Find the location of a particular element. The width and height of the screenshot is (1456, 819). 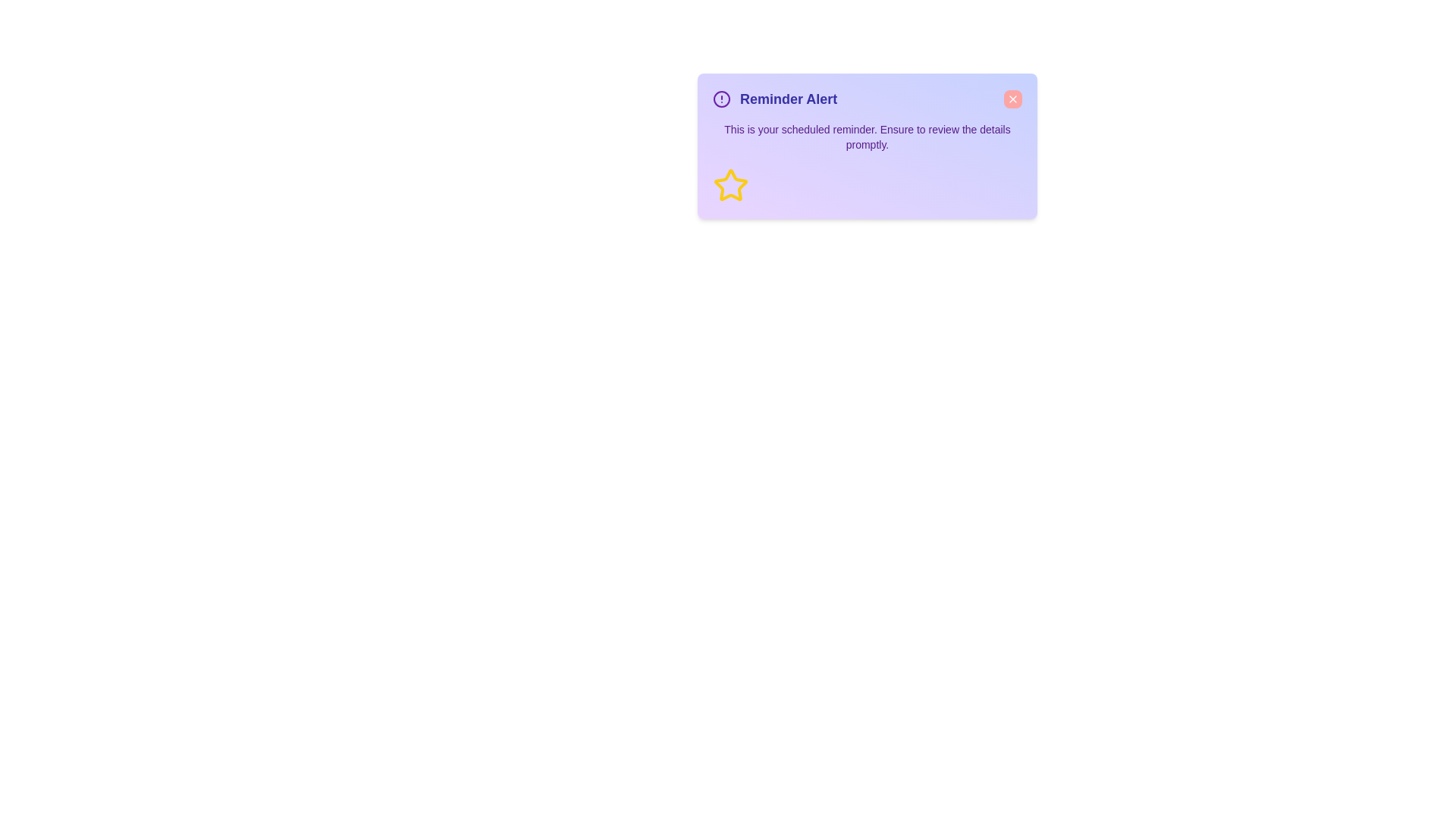

the close button to dismiss the alert is located at coordinates (1012, 99).